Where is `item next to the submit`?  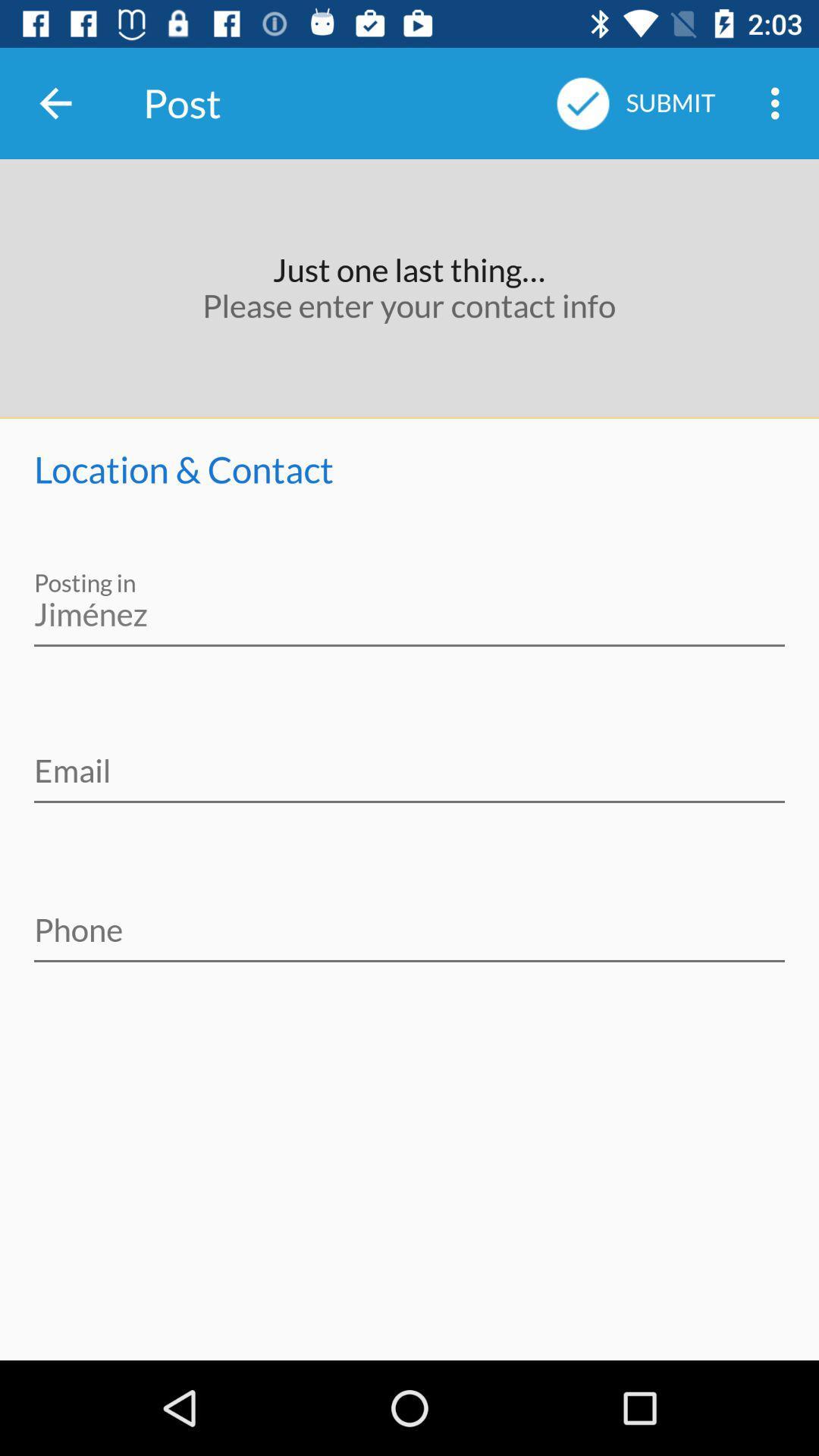
item next to the submit is located at coordinates (779, 102).